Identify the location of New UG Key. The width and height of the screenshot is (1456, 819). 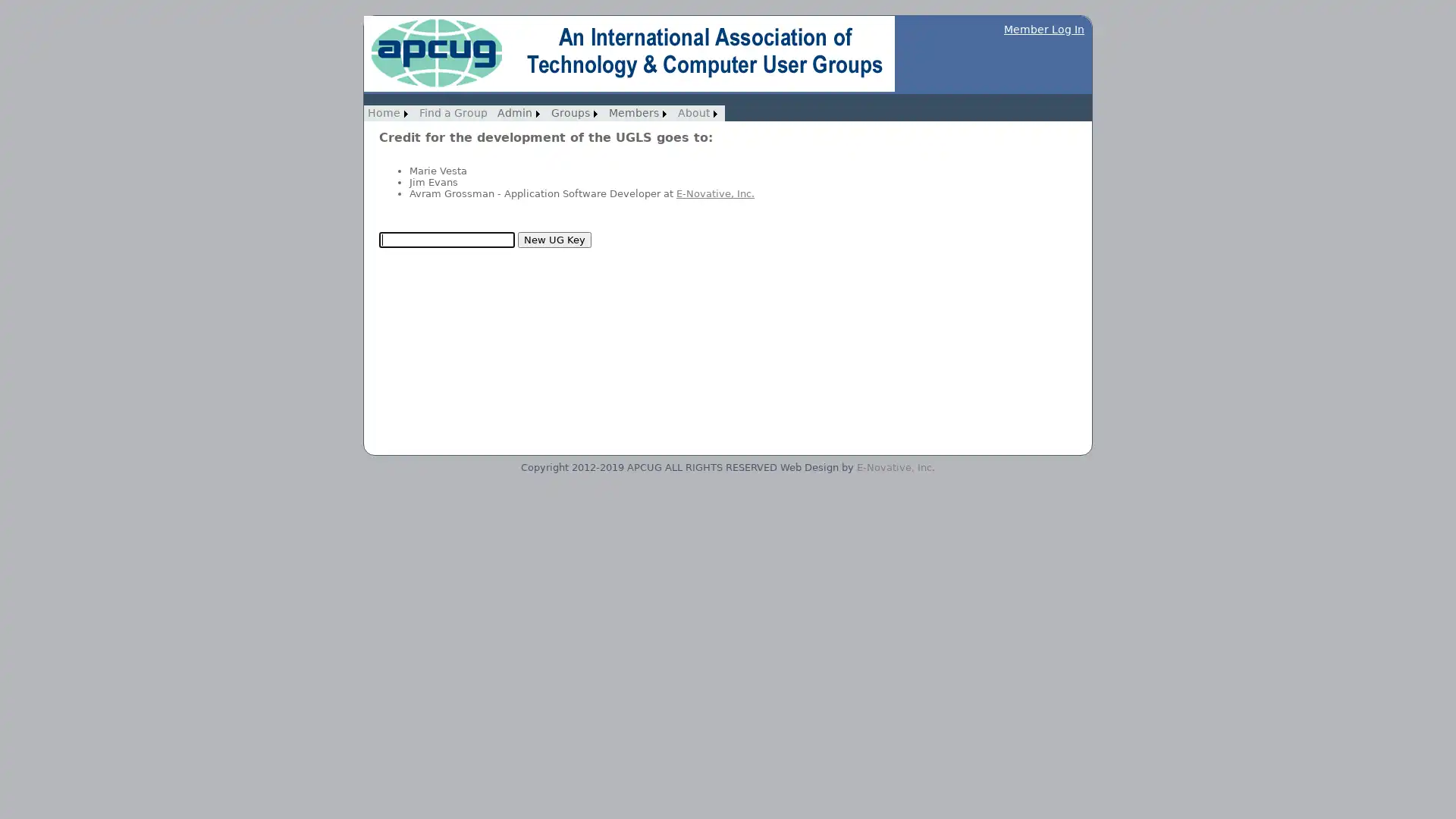
(554, 239).